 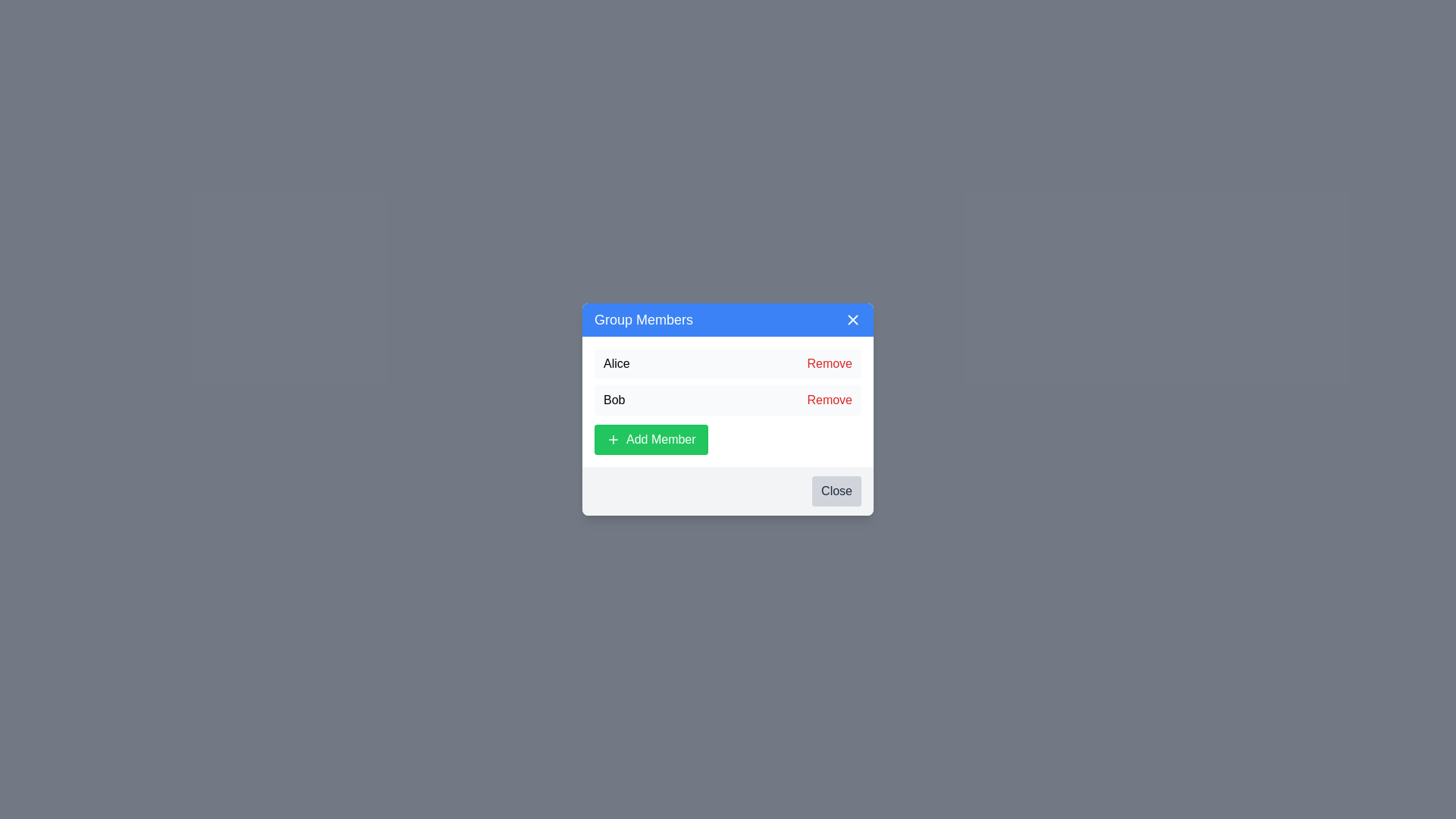 What do you see at coordinates (852, 318) in the screenshot?
I see `the button located in the top-right corner of the 'Group Members' modal` at bounding box center [852, 318].